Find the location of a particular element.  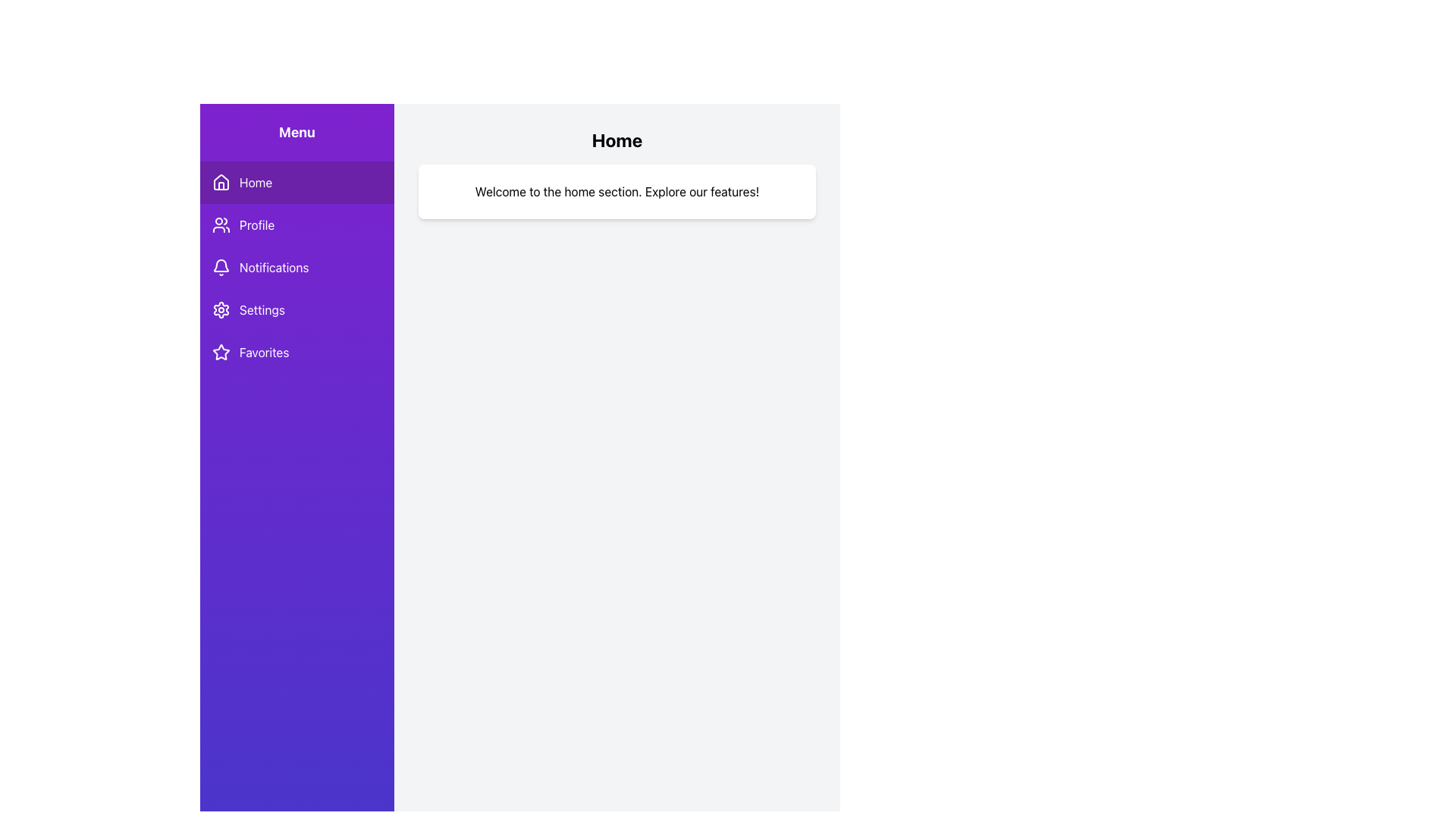

the fifth item in the vertical navigation menu is located at coordinates (297, 353).